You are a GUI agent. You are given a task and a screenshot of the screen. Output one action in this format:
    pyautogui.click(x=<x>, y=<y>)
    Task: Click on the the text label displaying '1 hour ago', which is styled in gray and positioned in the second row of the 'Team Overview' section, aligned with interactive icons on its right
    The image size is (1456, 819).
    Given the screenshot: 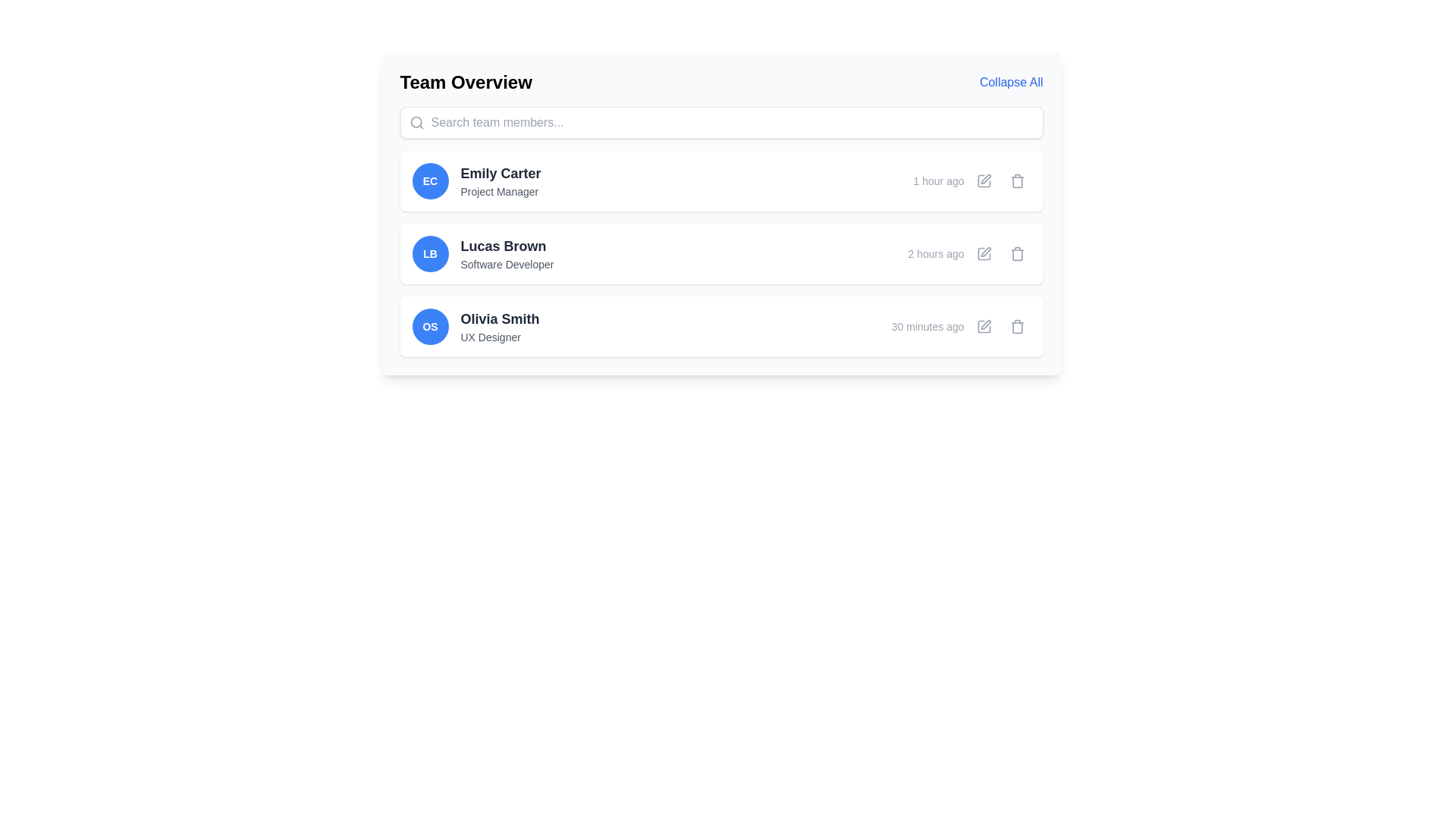 What is the action you would take?
    pyautogui.click(x=938, y=180)
    